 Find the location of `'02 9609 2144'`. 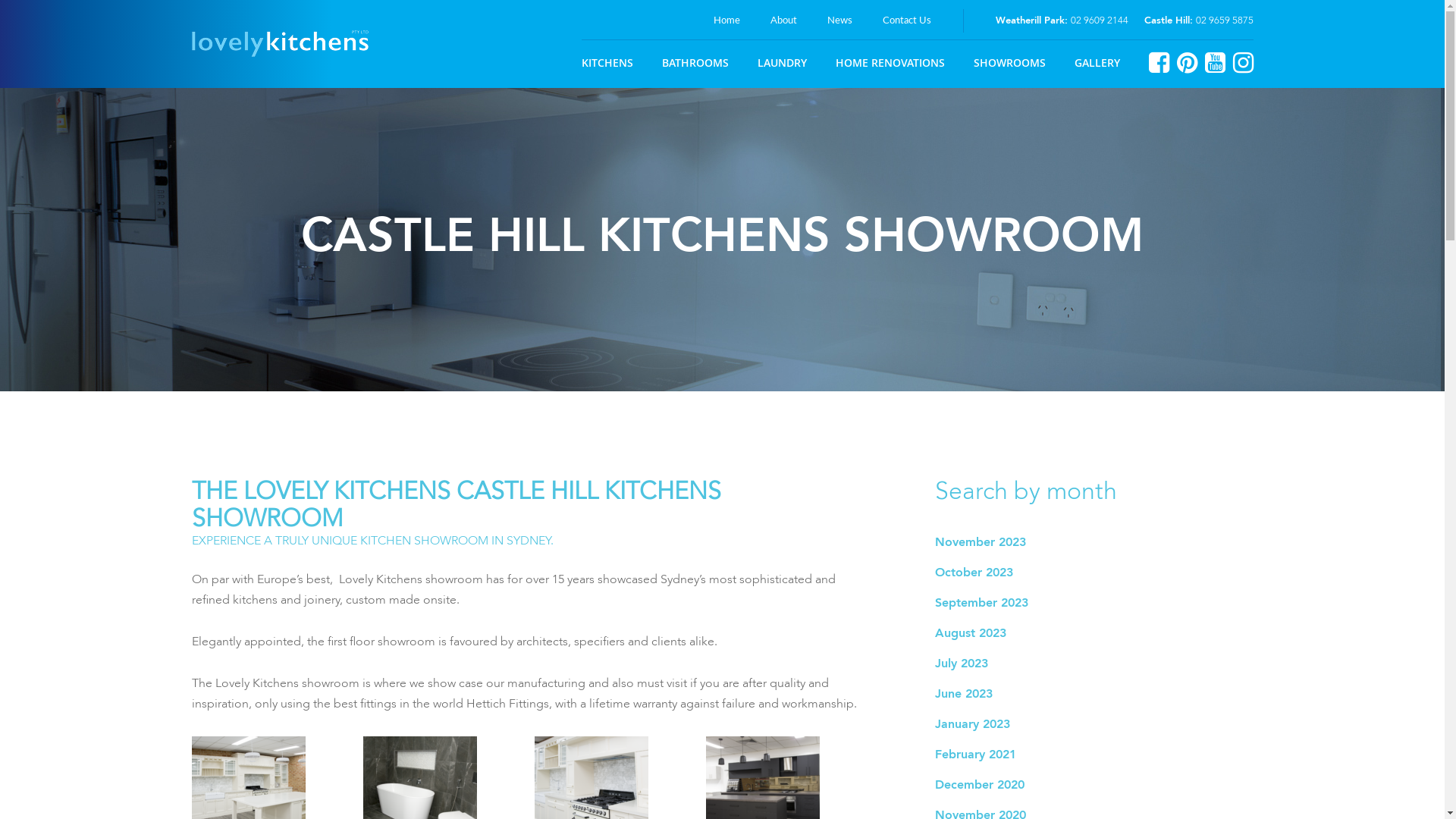

'02 9609 2144' is located at coordinates (1099, 20).